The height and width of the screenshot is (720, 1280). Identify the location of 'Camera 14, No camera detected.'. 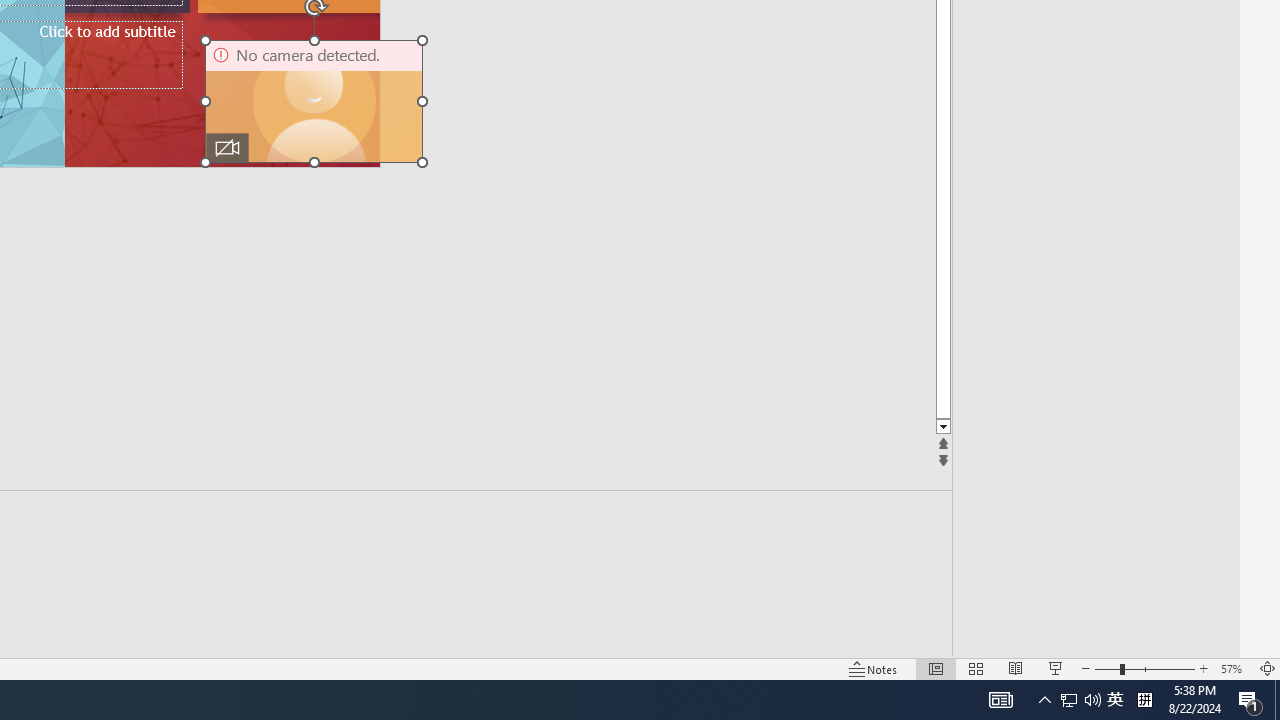
(313, 101).